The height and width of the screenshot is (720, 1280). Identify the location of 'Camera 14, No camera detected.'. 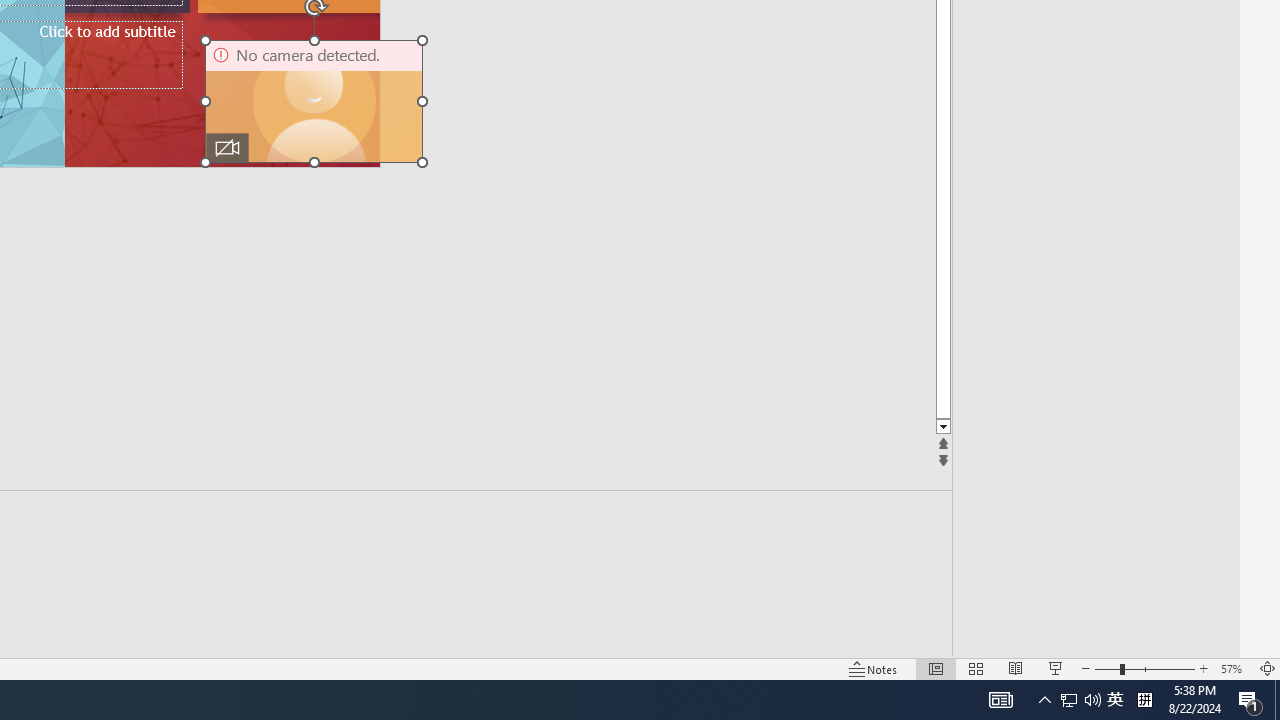
(313, 101).